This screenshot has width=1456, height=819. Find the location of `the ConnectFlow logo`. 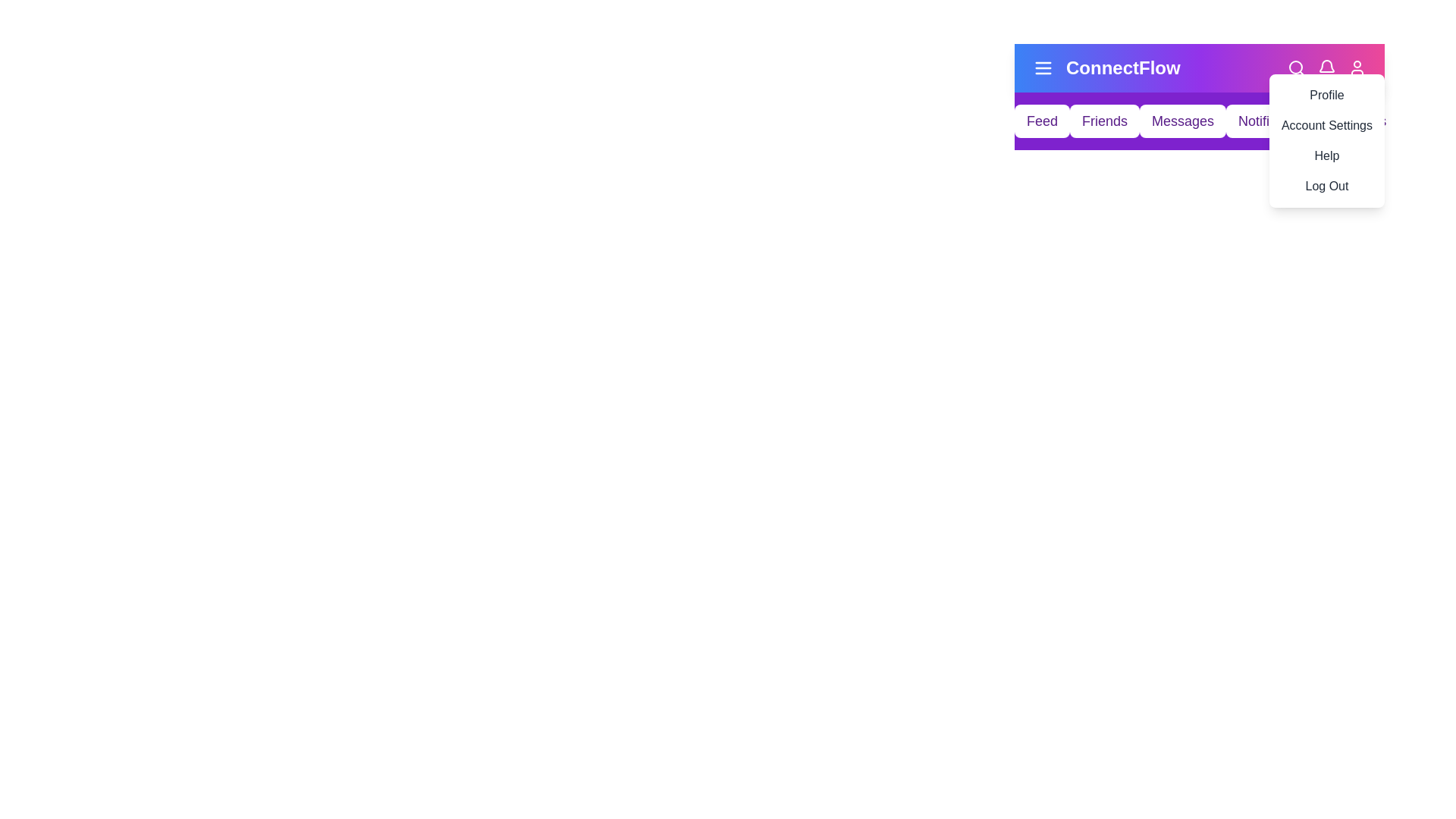

the ConnectFlow logo is located at coordinates (1123, 67).